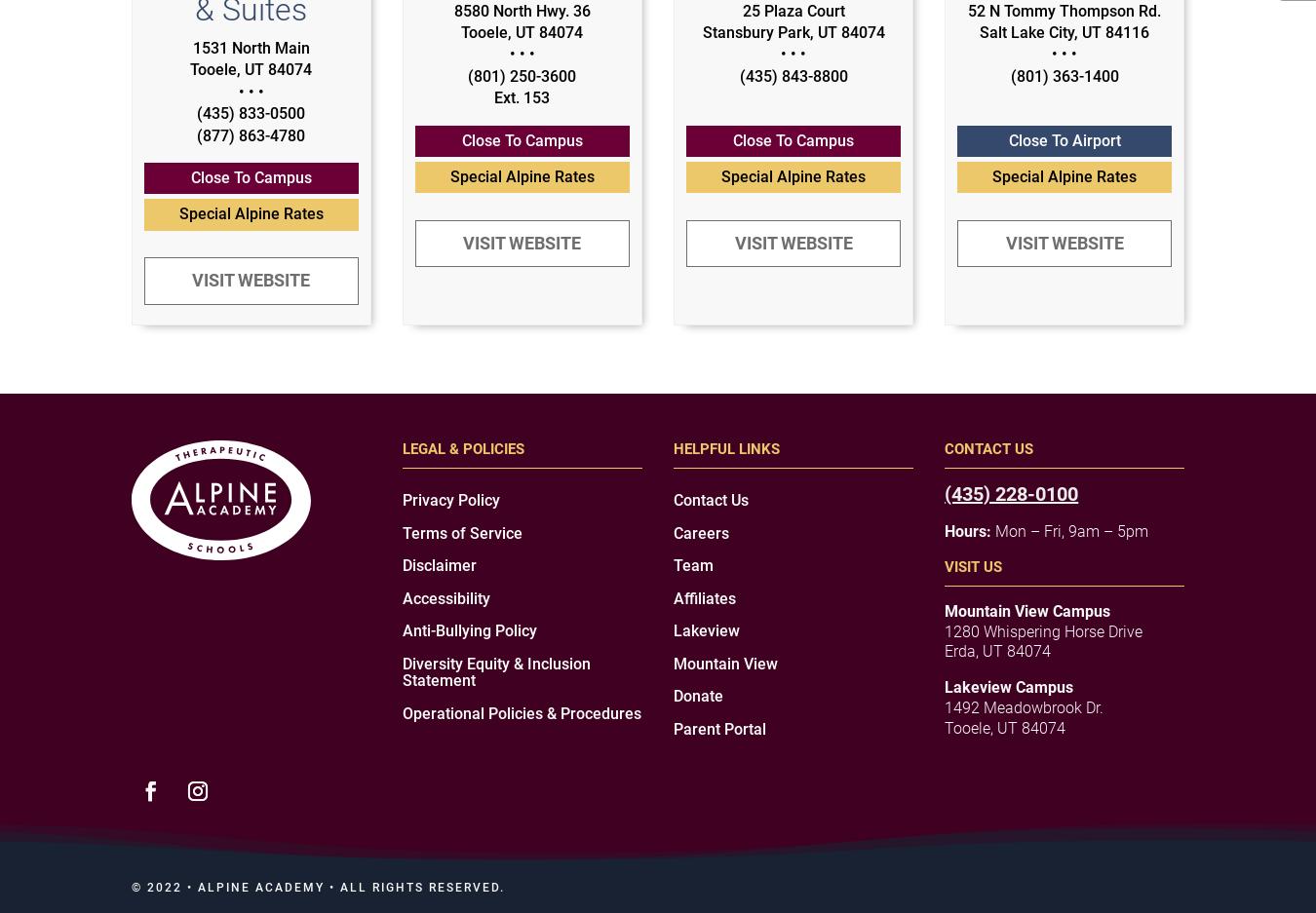  I want to click on 'Diversity Equity & Inclusion Statement', so click(495, 671).